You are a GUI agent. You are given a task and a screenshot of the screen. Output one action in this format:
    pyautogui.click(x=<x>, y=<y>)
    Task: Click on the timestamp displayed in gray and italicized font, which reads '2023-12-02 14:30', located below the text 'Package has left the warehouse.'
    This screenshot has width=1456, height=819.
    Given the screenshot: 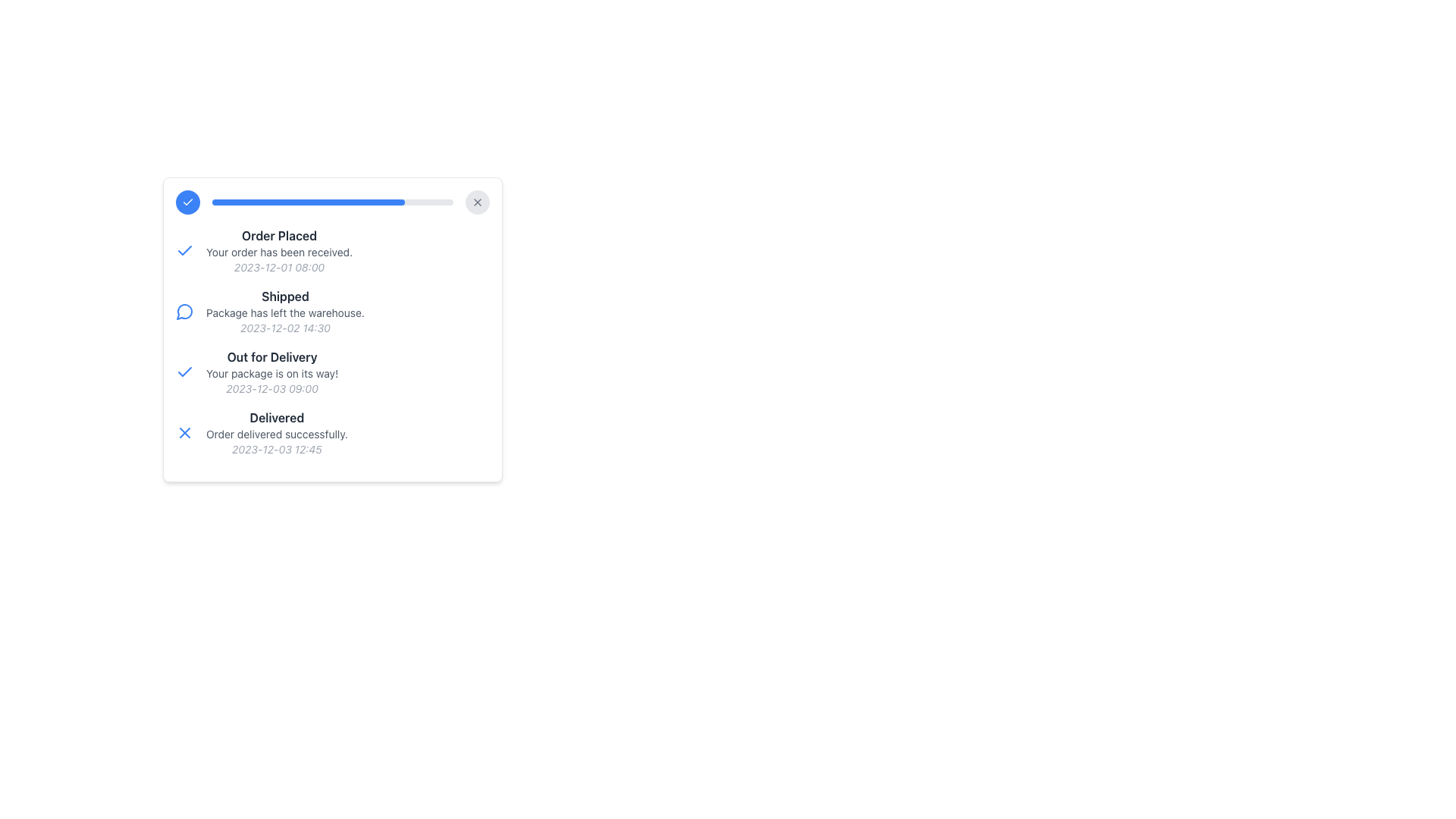 What is the action you would take?
    pyautogui.click(x=285, y=327)
    